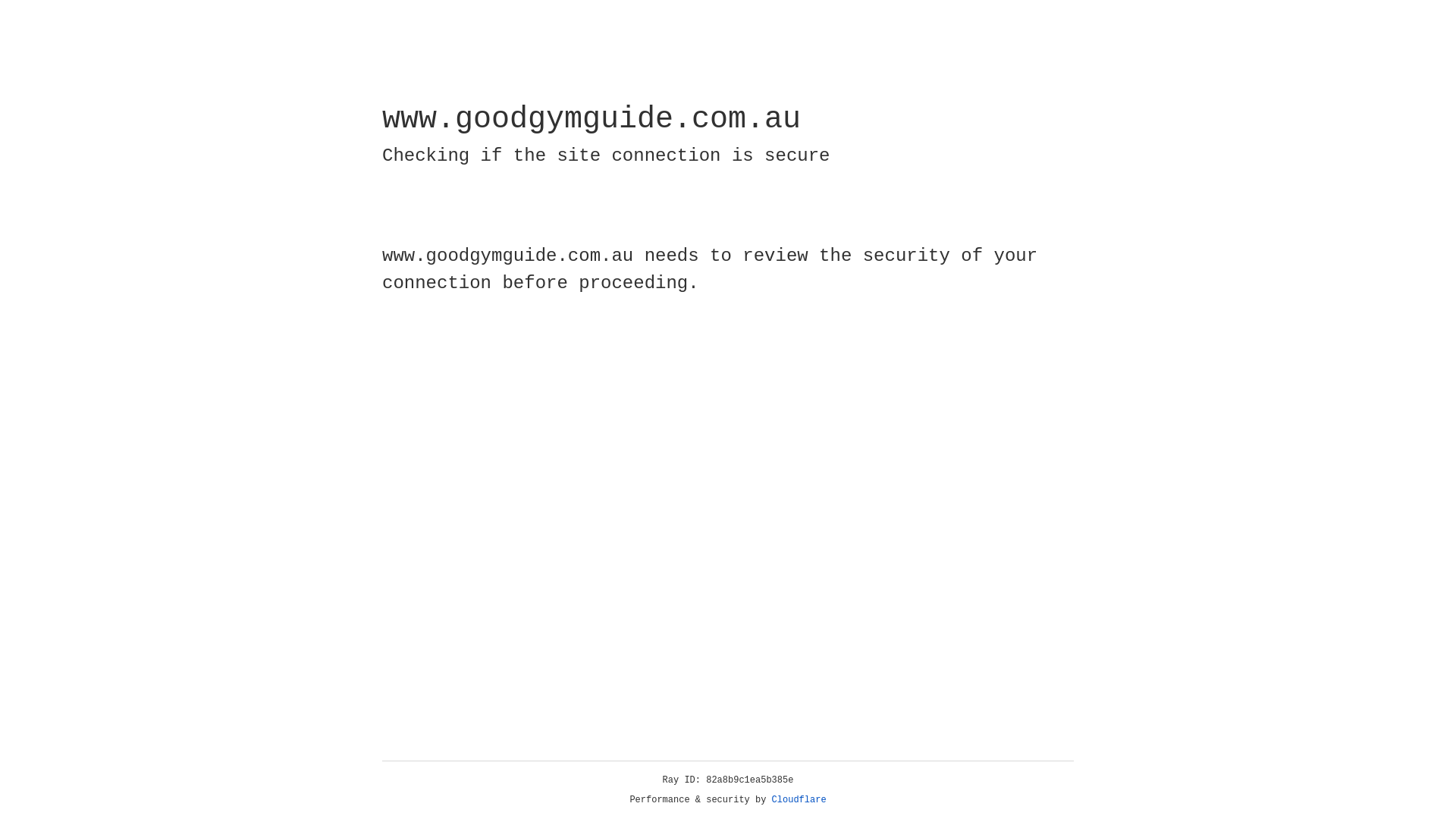 This screenshot has height=819, width=1456. Describe the element at coordinates (771, 799) in the screenshot. I see `'Cloudflare'` at that location.